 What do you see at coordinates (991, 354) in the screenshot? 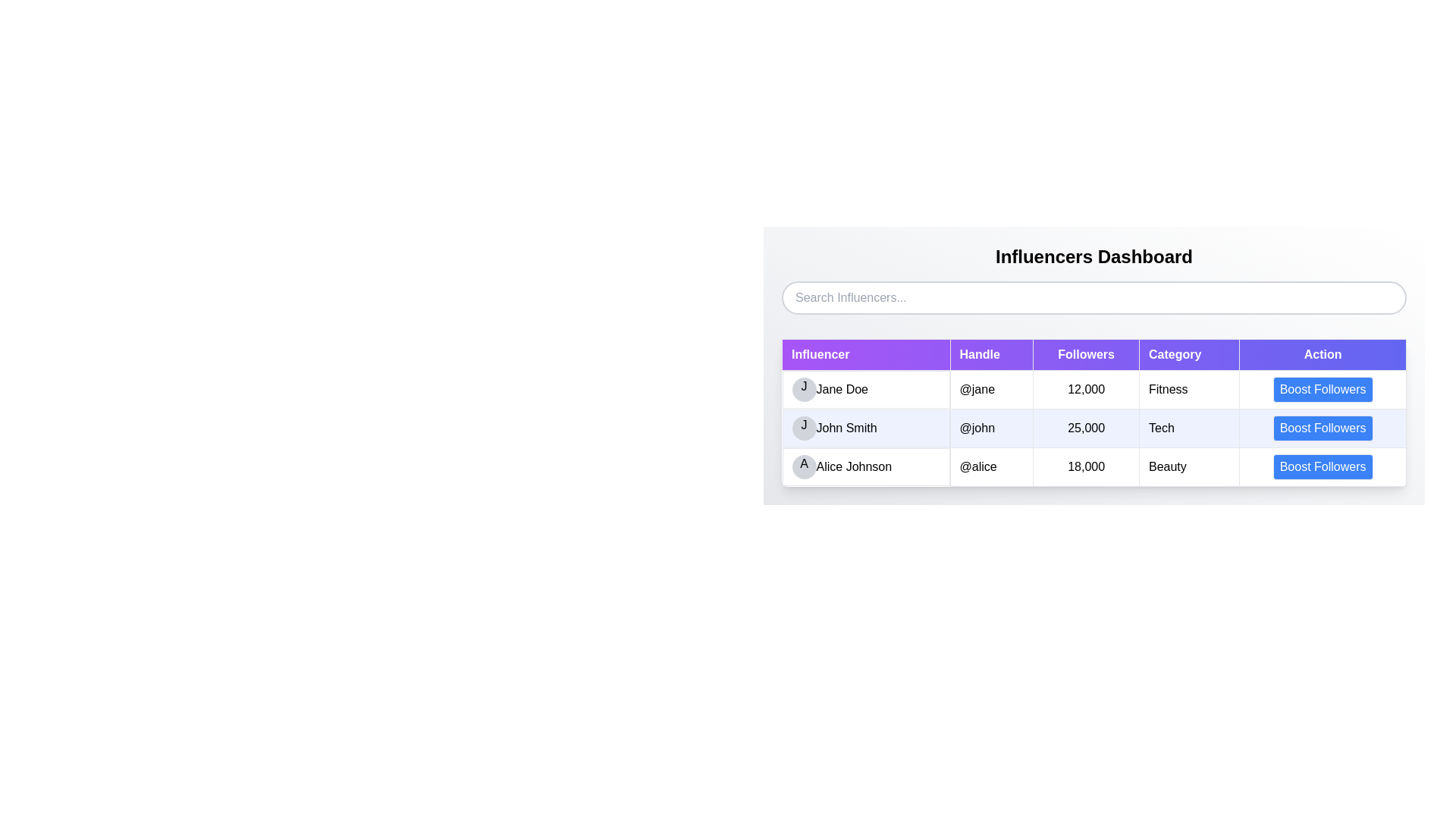
I see `the Table Header Cell labeled 'Handle', which is a rectangular UI section with a purple background and white bold text, positioned between the 'Influencer' and 'Followers' headers in the data table` at bounding box center [991, 354].